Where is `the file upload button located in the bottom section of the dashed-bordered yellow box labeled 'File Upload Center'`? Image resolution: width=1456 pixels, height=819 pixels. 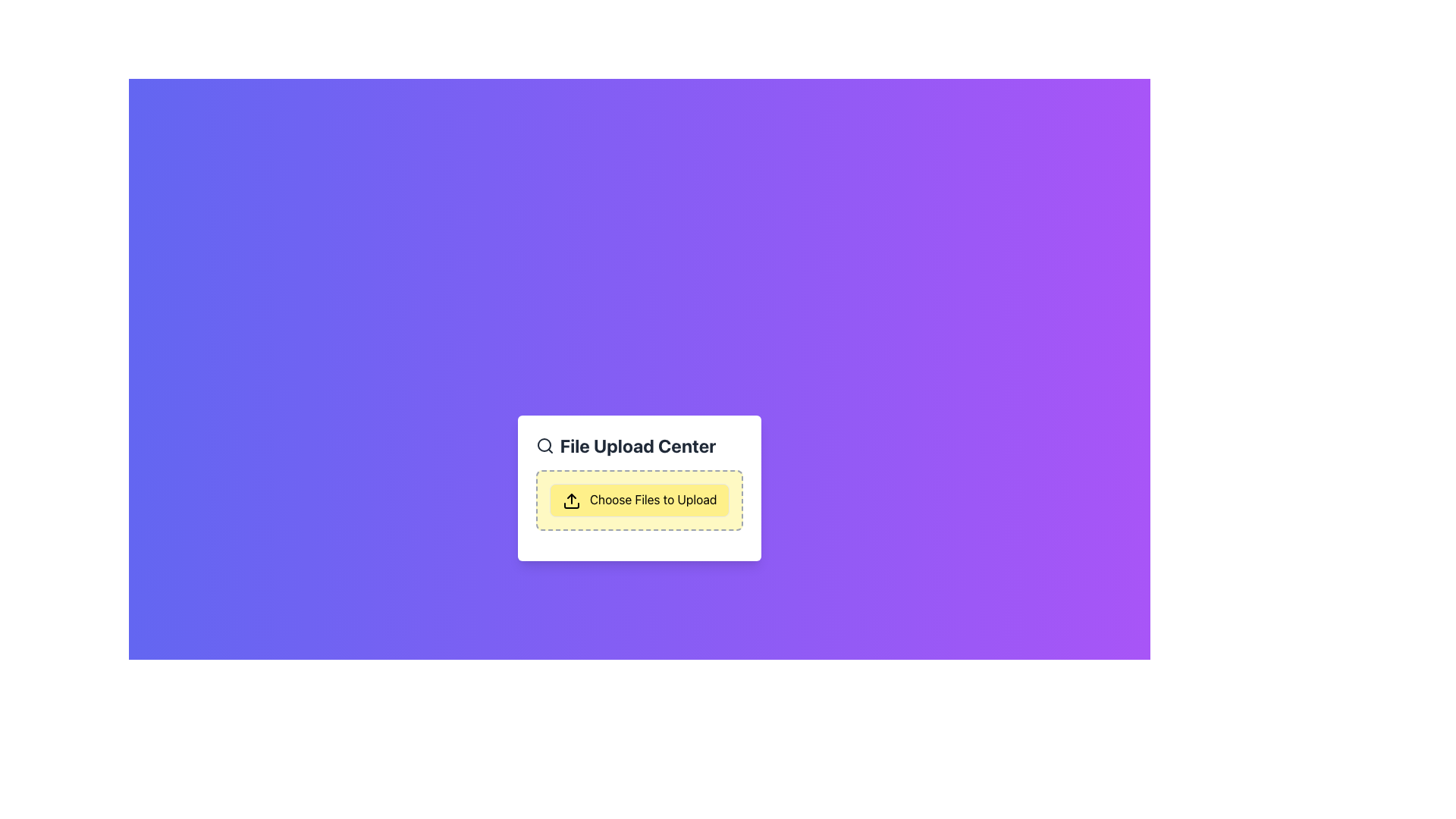
the file upload button located in the bottom section of the dashed-bordered yellow box labeled 'File Upload Center' is located at coordinates (639, 500).